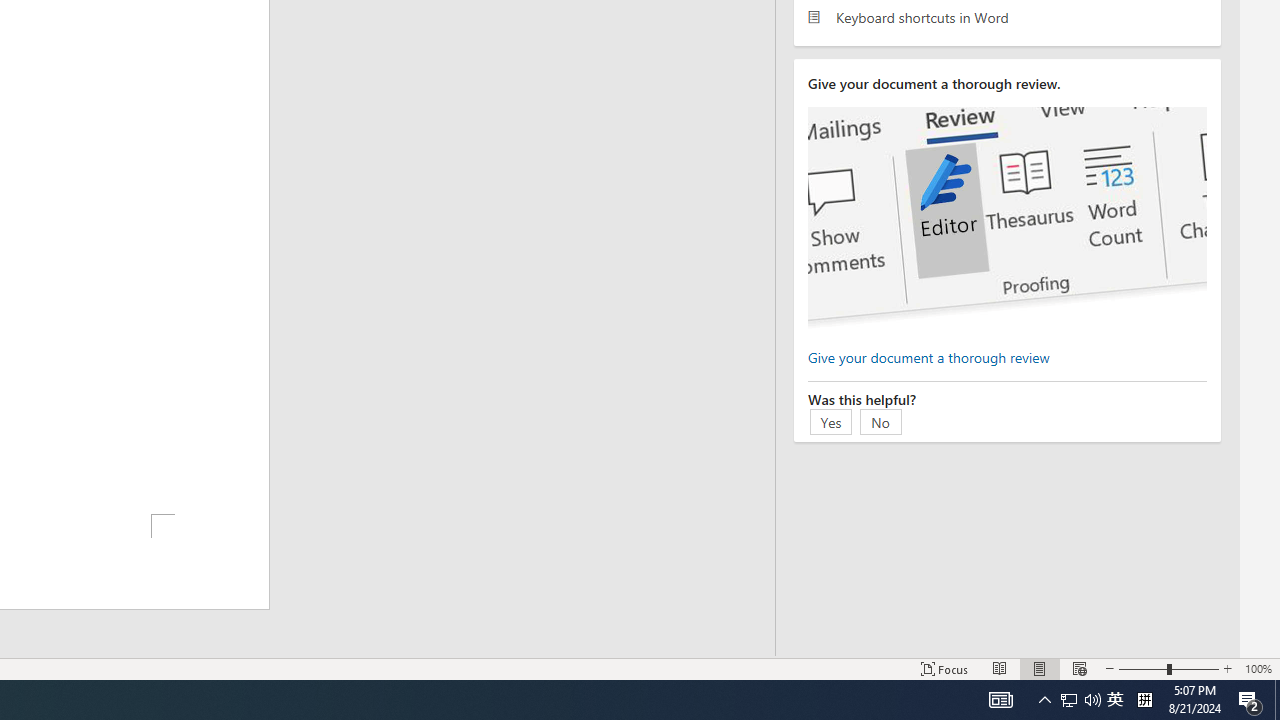 This screenshot has width=1280, height=720. Describe the element at coordinates (880, 420) in the screenshot. I see `'No'` at that location.